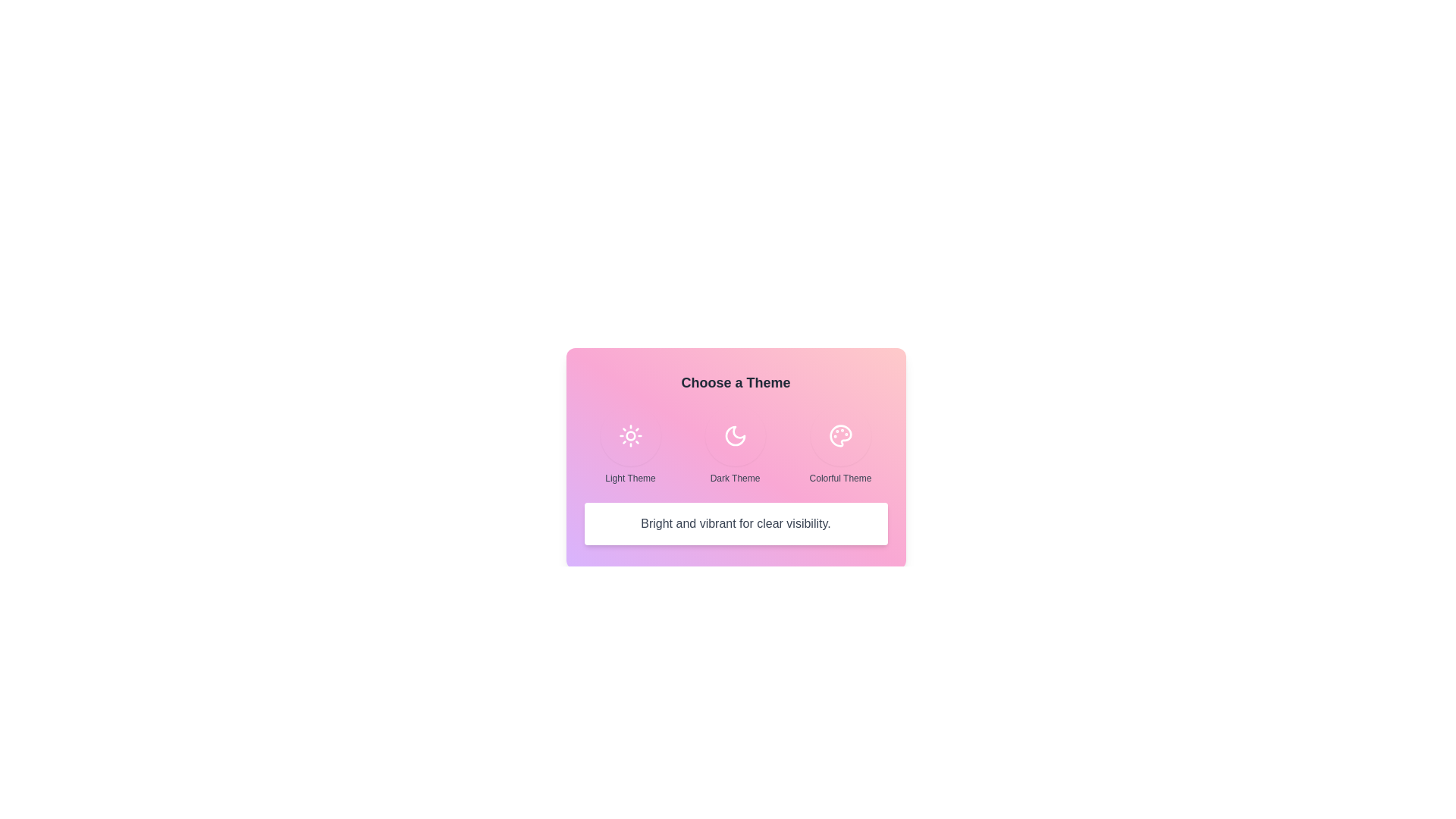  What do you see at coordinates (839, 435) in the screenshot?
I see `the theme Colorful Theme and observe the description` at bounding box center [839, 435].